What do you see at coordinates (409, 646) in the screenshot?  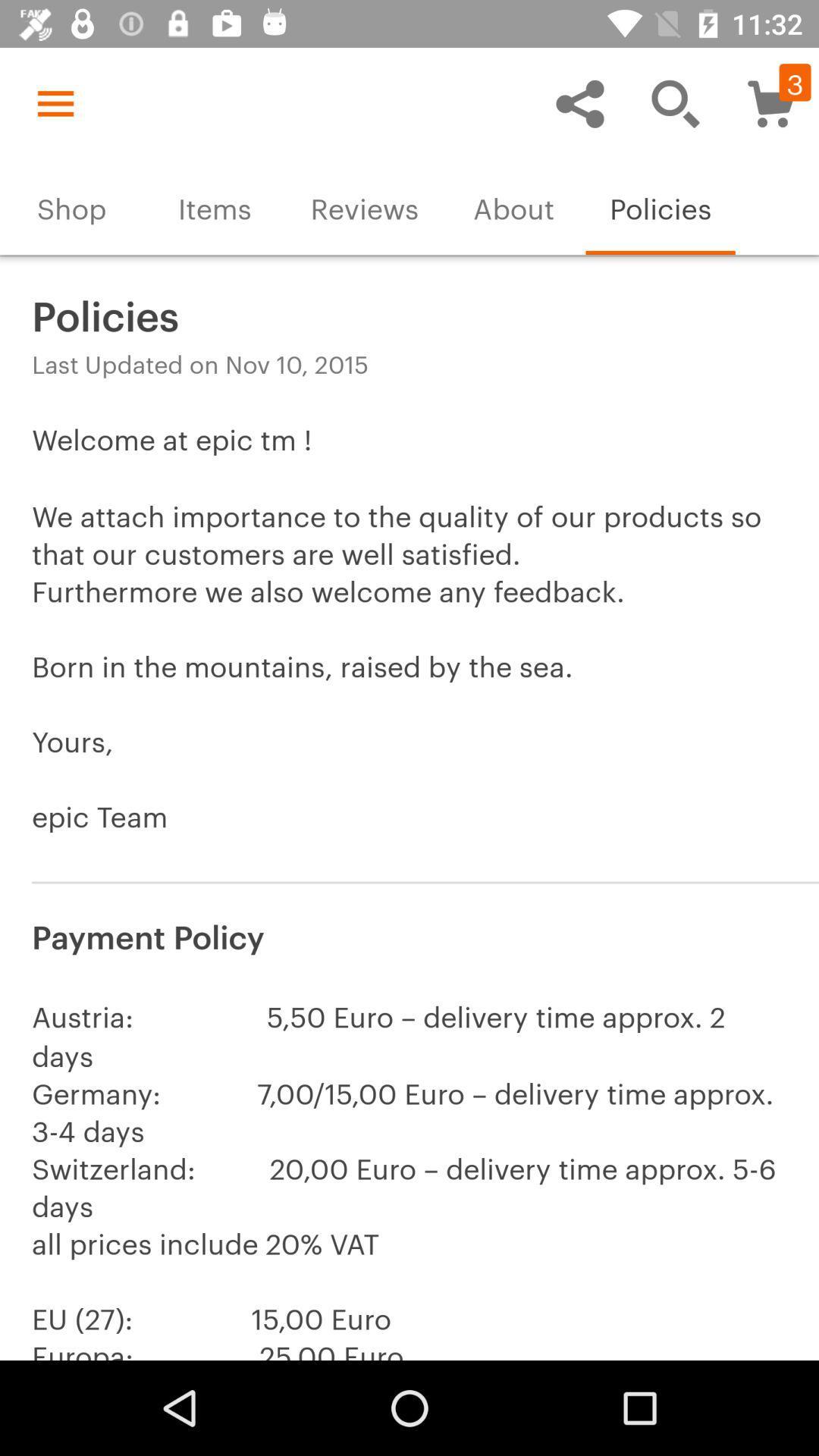 I see `welcome at epic` at bounding box center [409, 646].